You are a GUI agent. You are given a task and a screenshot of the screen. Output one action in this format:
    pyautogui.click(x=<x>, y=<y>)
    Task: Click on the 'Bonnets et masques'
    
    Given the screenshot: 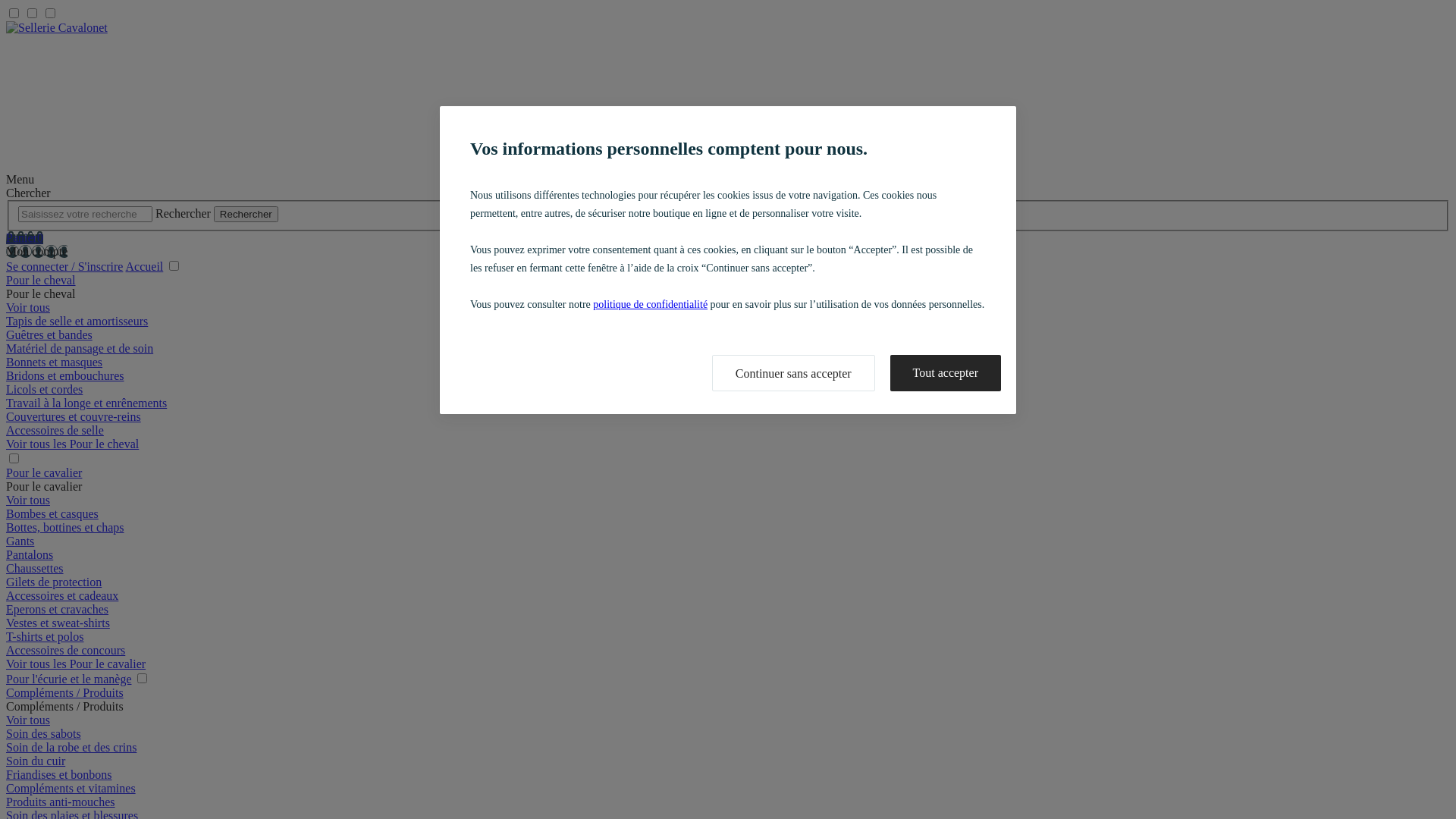 What is the action you would take?
    pyautogui.click(x=54, y=362)
    